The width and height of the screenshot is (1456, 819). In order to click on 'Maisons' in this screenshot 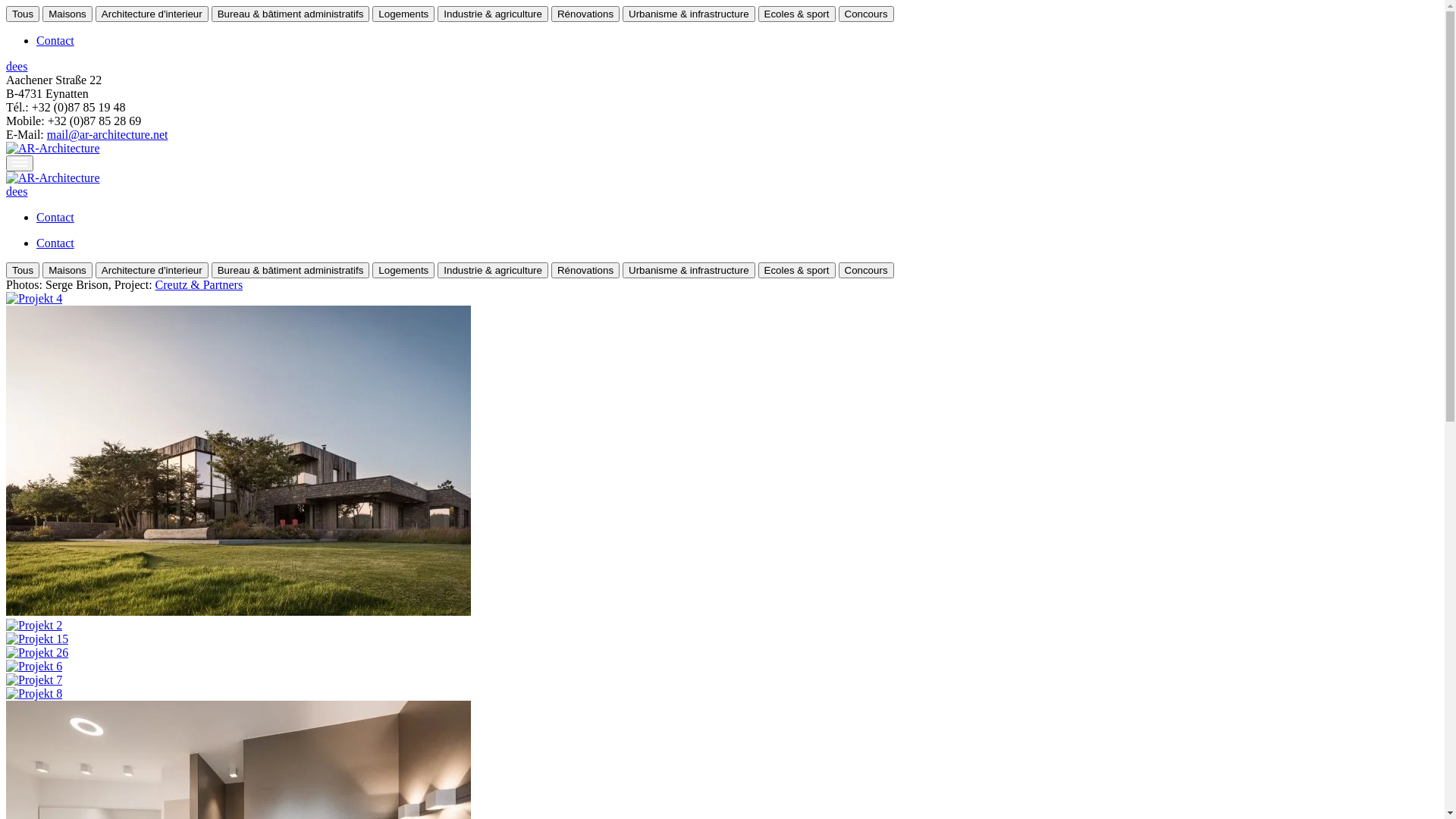, I will do `click(67, 14)`.